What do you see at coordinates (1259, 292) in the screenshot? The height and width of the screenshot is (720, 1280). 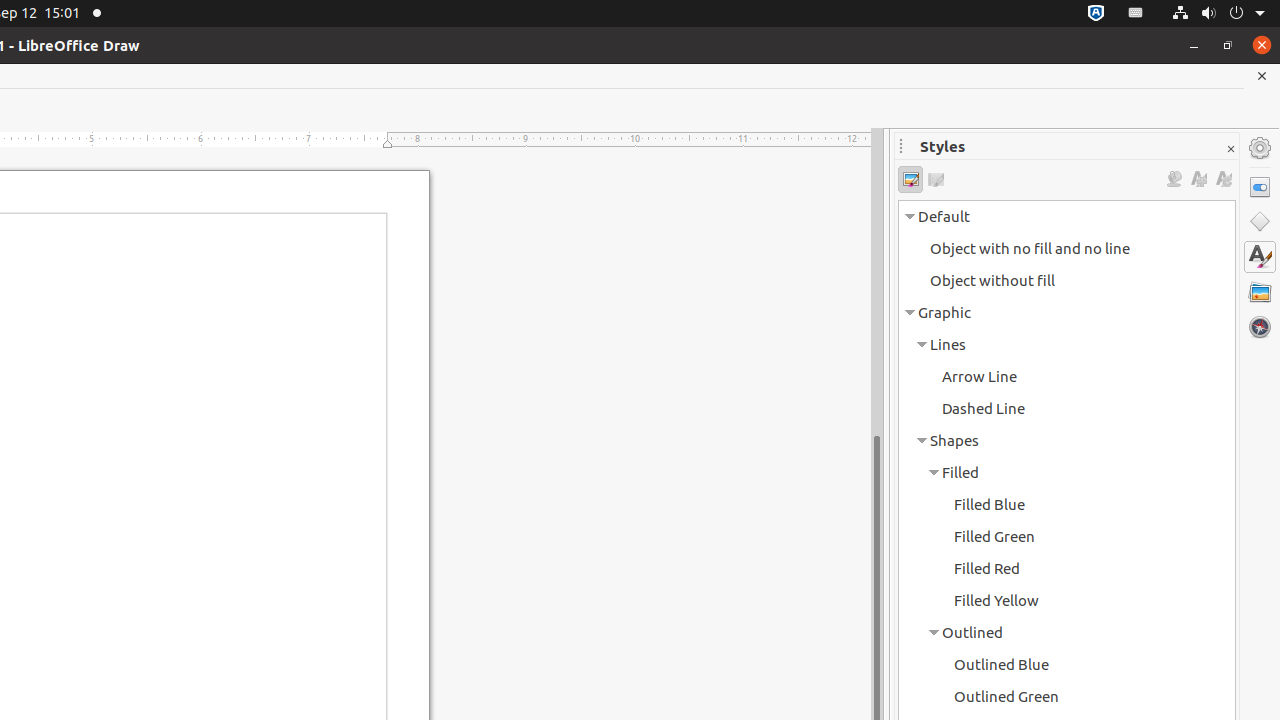 I see `'Gallery'` at bounding box center [1259, 292].